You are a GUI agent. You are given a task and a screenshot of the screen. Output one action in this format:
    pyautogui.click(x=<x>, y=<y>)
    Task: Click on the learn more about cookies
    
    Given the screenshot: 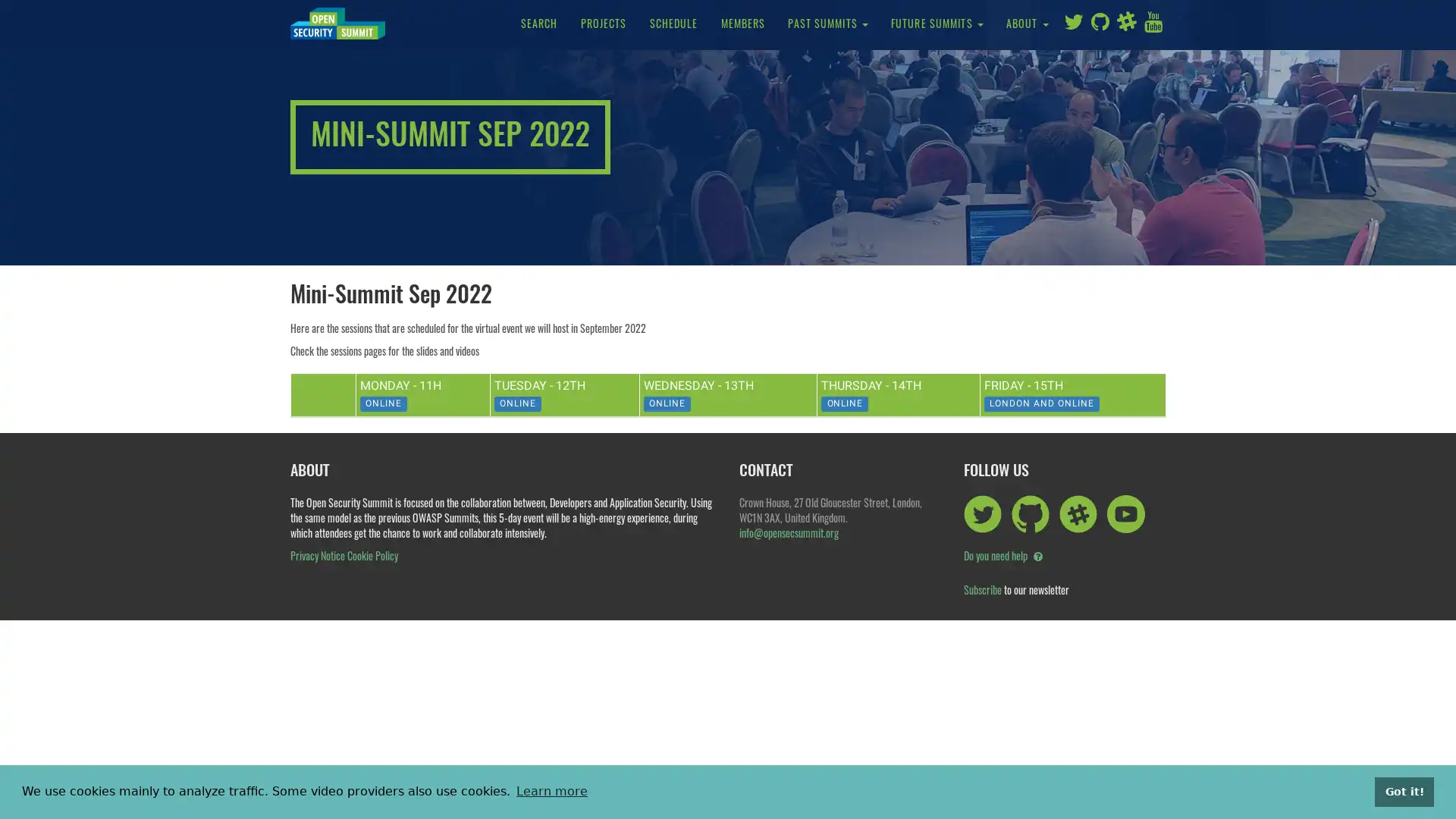 What is the action you would take?
    pyautogui.click(x=551, y=791)
    